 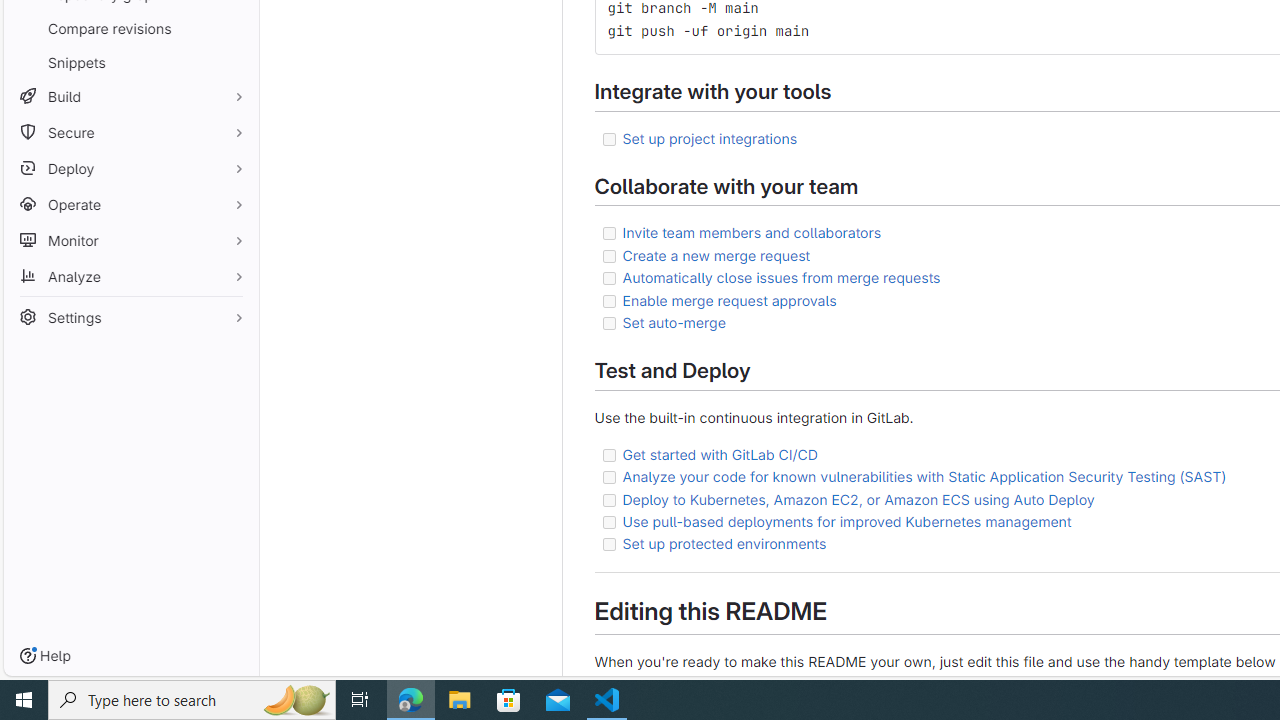 I want to click on 'Operate', so click(x=130, y=204).